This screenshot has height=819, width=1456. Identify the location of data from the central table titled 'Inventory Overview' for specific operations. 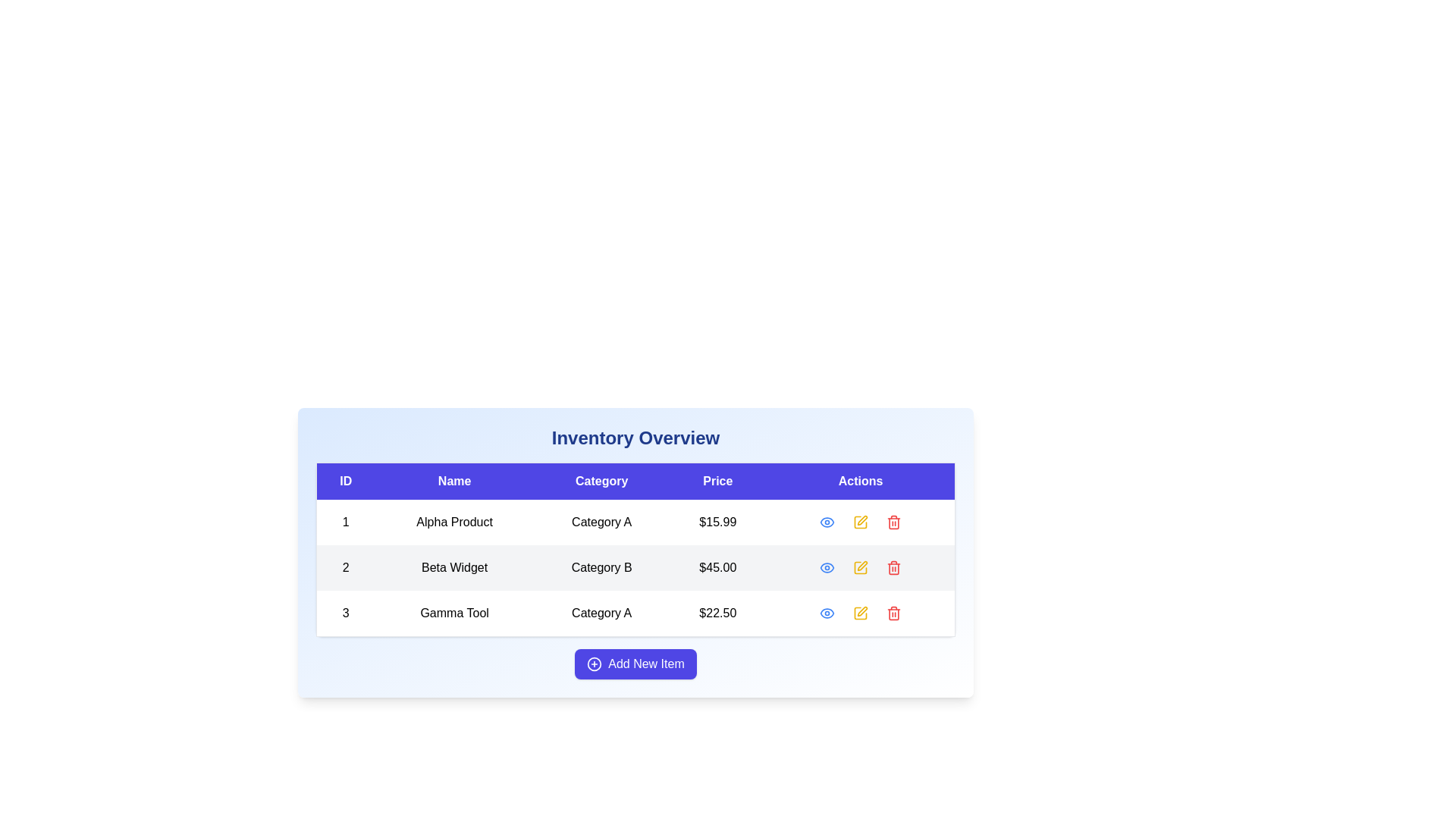
(635, 550).